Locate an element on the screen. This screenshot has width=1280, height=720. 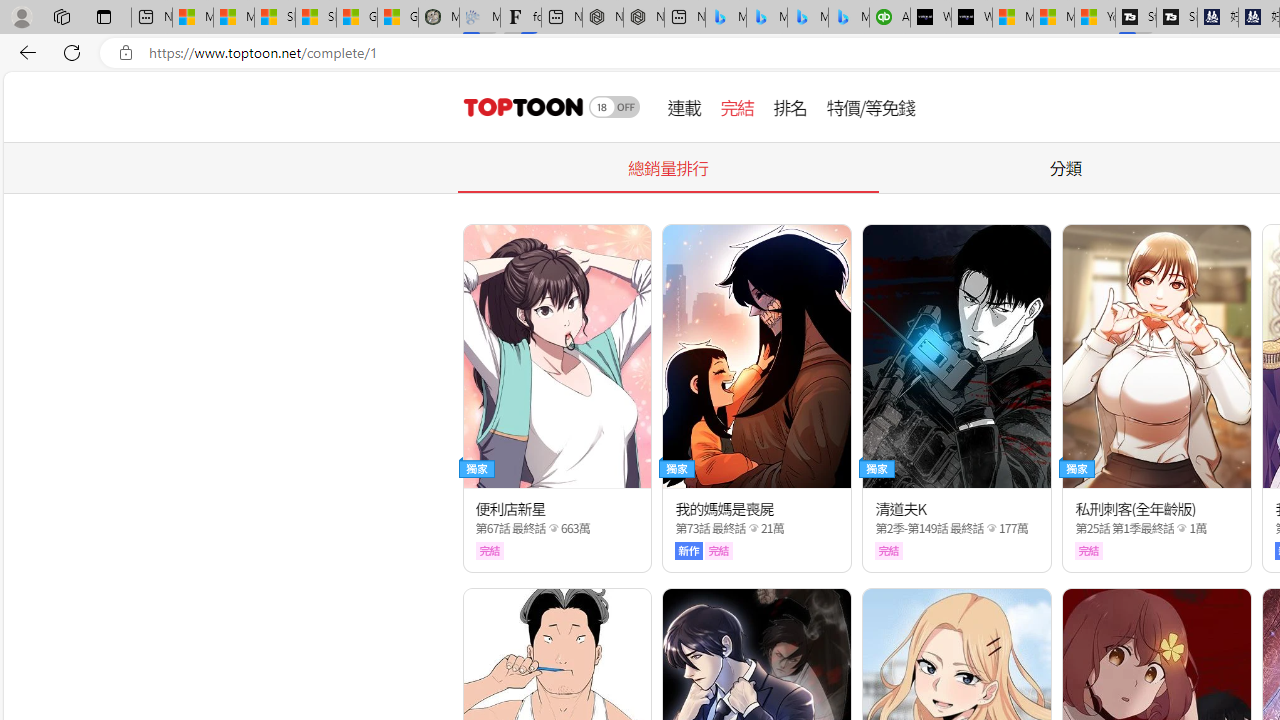
'Class:  switch_18mode actionAdultBtn' is located at coordinates (614, 106).